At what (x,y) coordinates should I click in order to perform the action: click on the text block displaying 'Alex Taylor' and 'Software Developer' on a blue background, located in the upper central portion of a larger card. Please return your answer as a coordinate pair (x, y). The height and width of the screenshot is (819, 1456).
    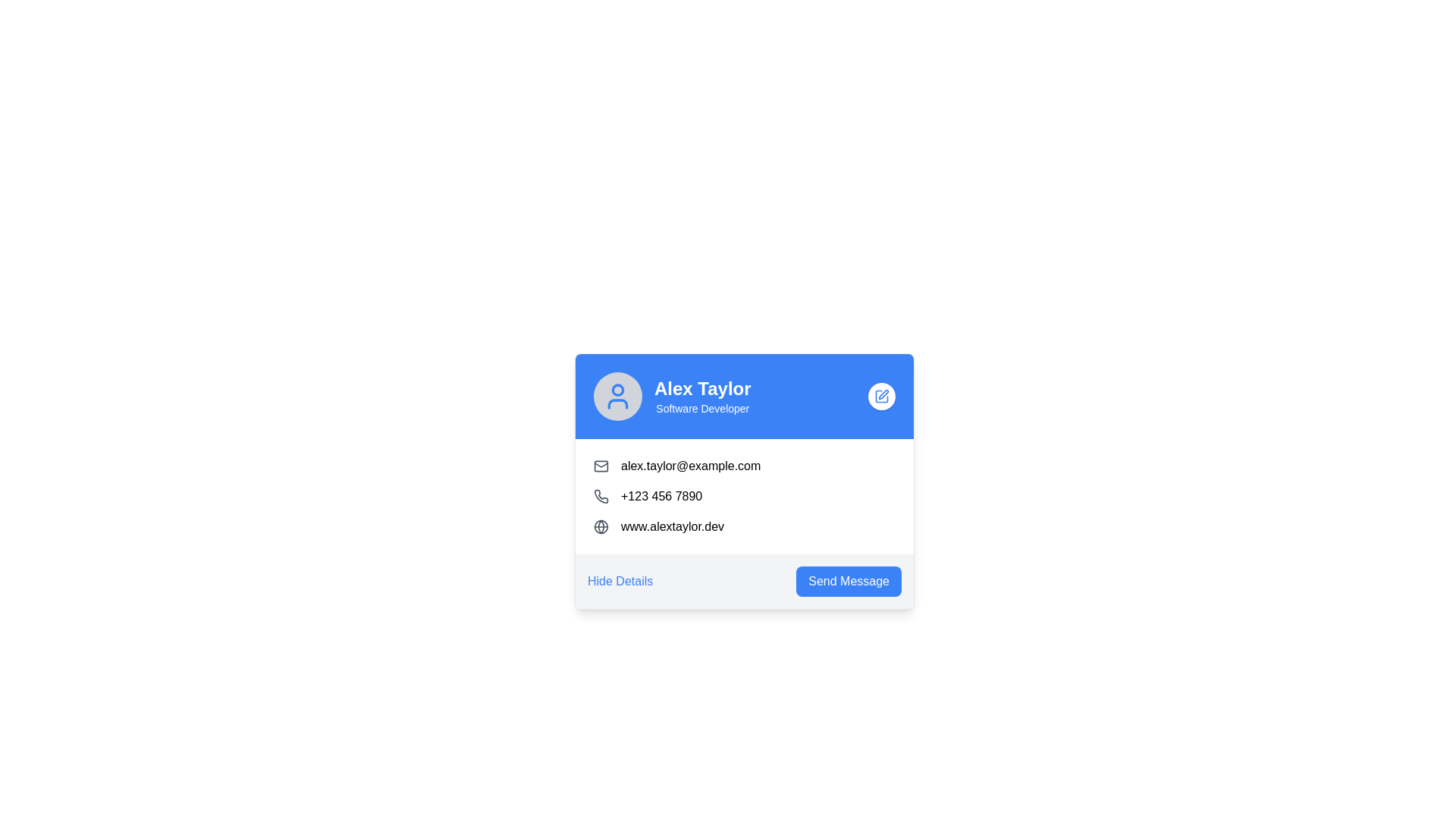
    Looking at the image, I should click on (701, 396).